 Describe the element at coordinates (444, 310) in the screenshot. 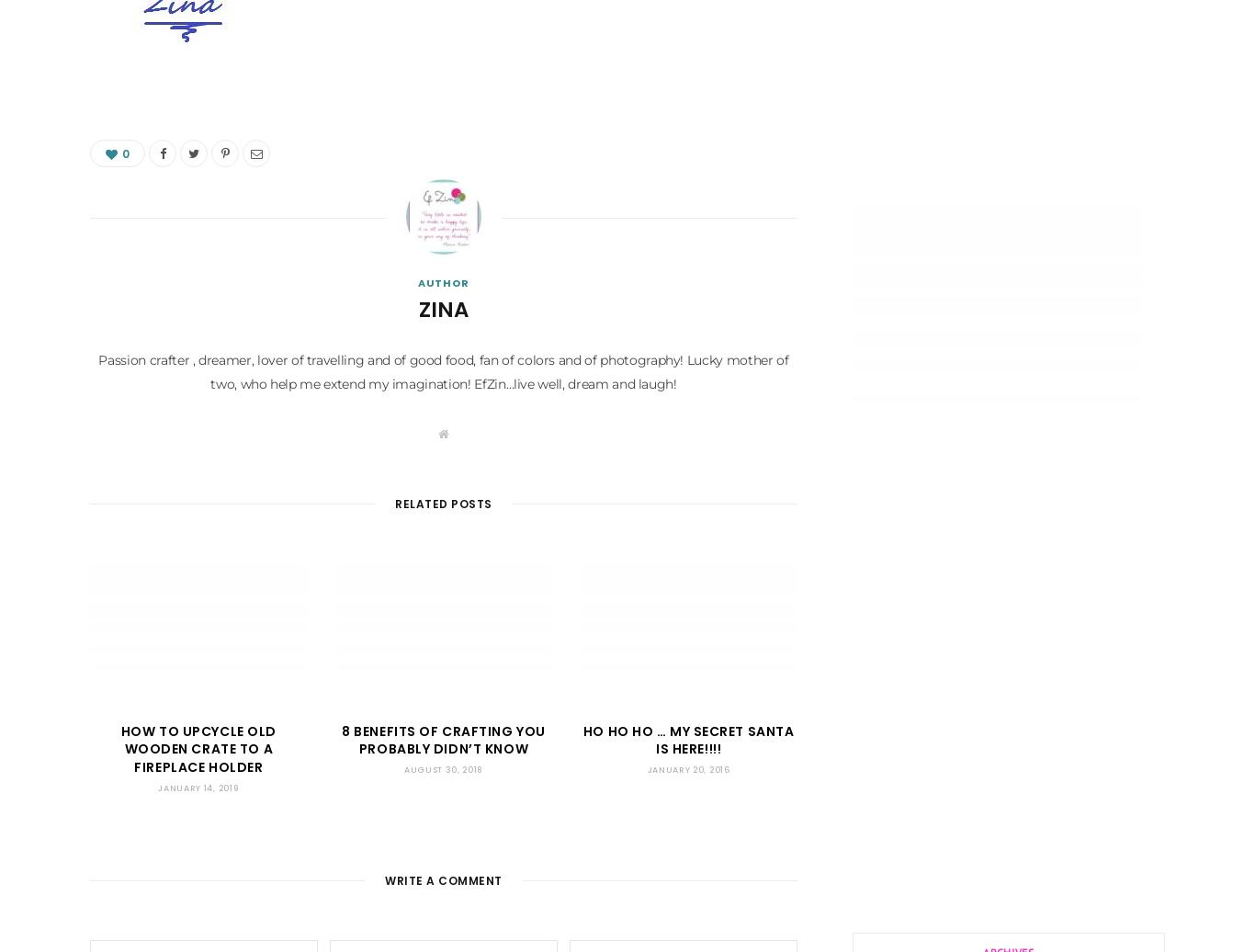

I see `'ZINA'` at that location.